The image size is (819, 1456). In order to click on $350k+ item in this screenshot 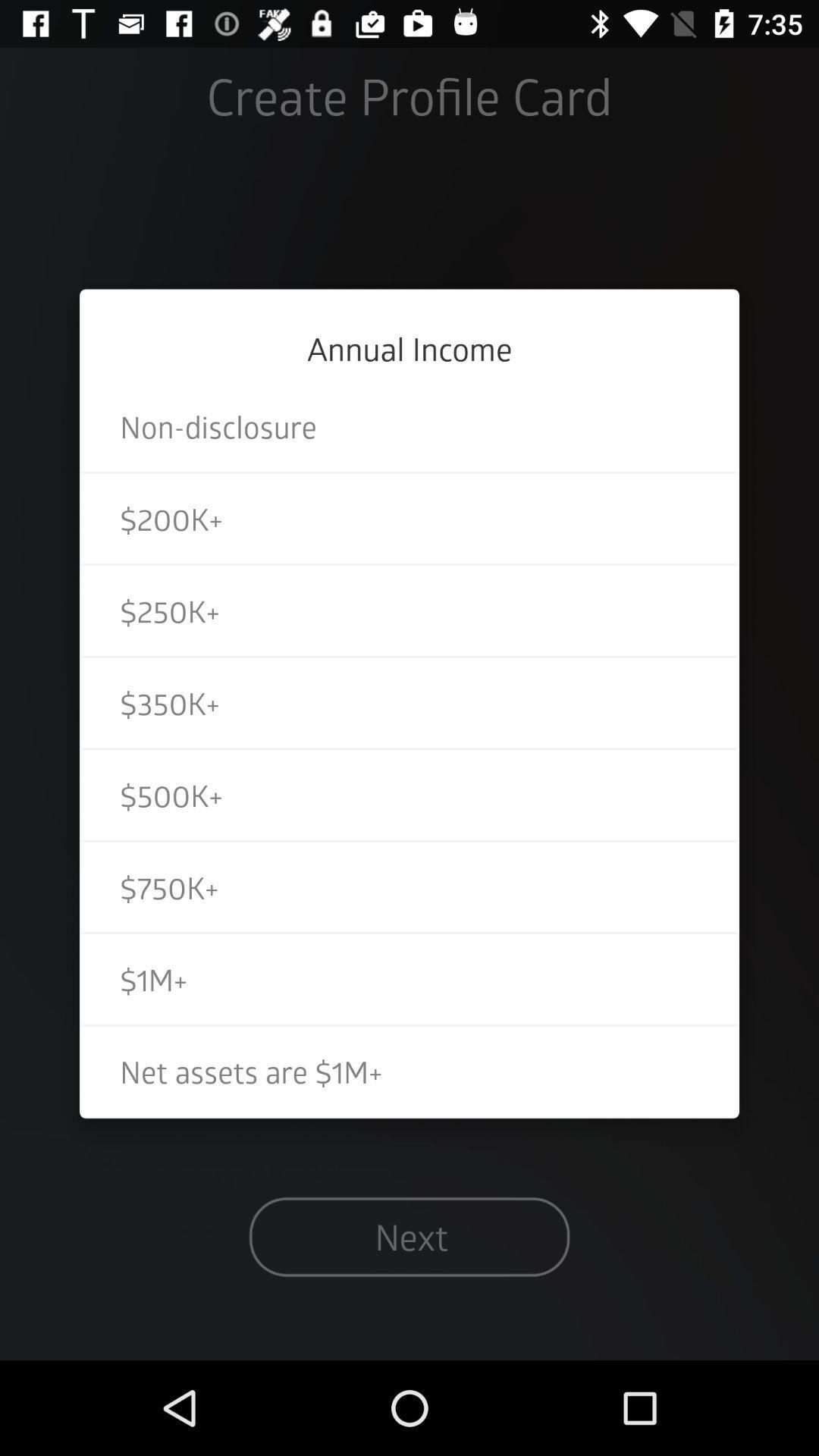, I will do `click(409, 701)`.